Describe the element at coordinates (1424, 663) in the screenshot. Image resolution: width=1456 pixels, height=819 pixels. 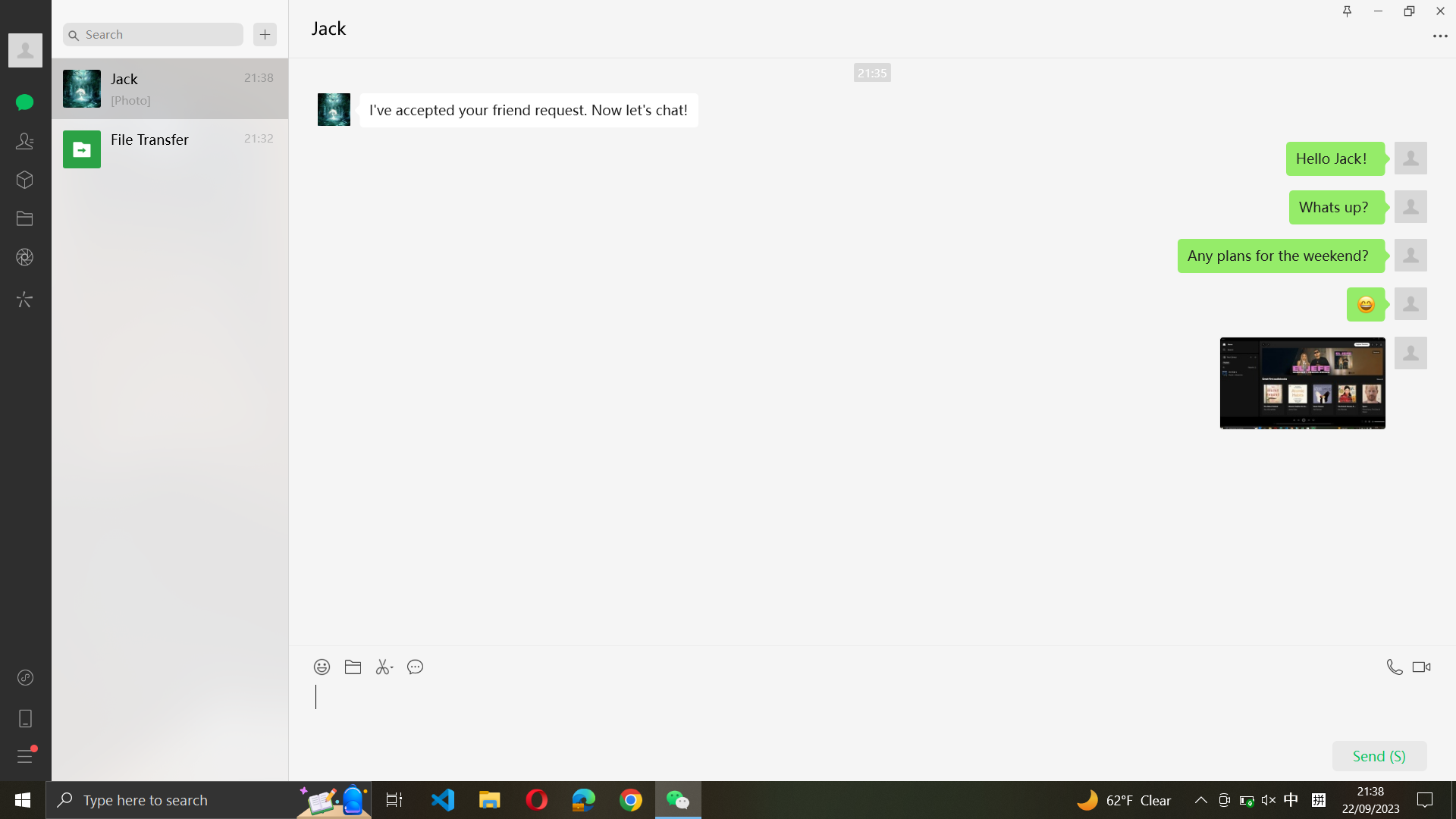
I see `Video Call Jack` at that location.